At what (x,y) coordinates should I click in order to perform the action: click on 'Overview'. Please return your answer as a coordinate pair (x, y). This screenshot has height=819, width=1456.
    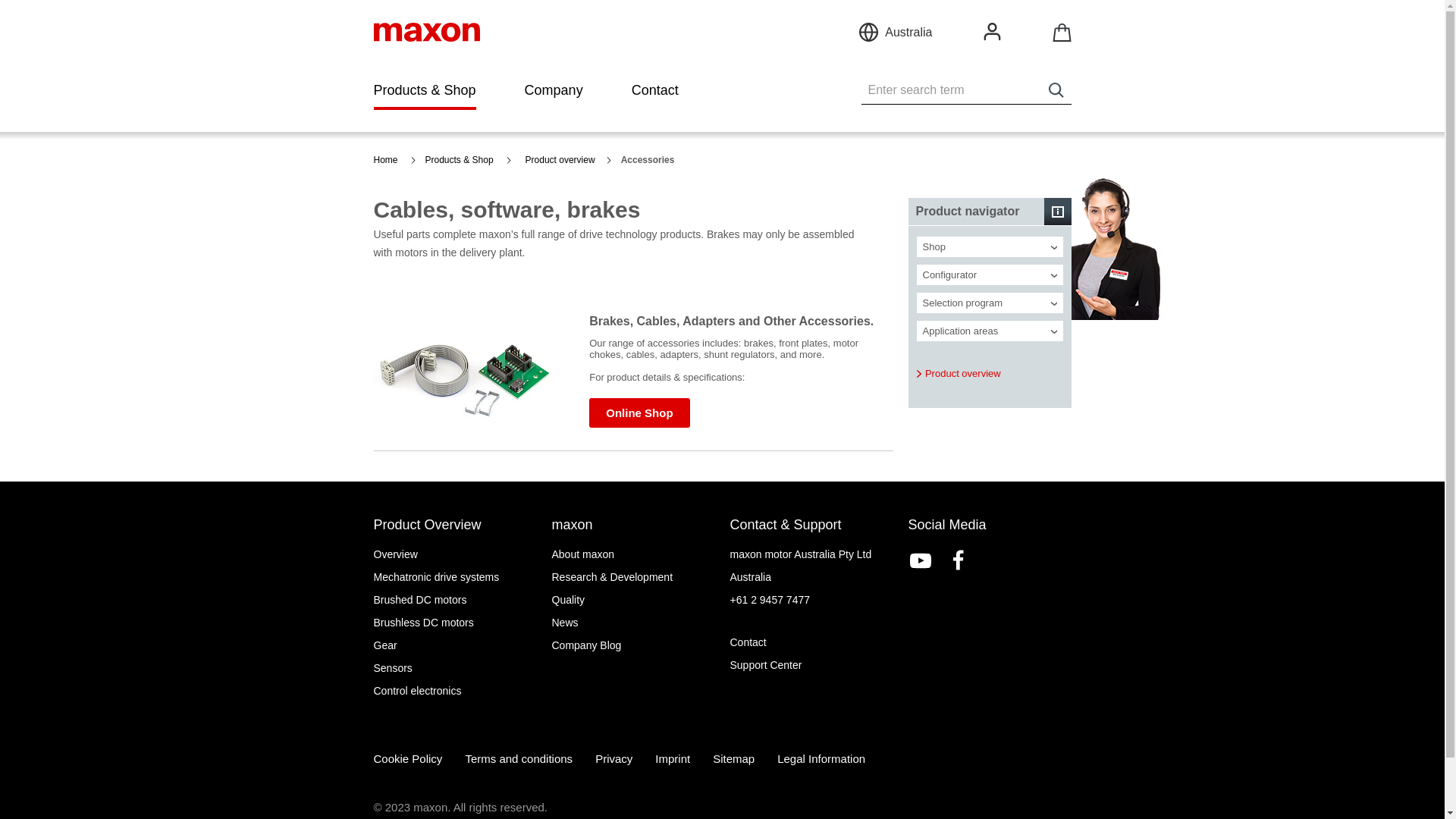
    Looking at the image, I should click on (453, 554).